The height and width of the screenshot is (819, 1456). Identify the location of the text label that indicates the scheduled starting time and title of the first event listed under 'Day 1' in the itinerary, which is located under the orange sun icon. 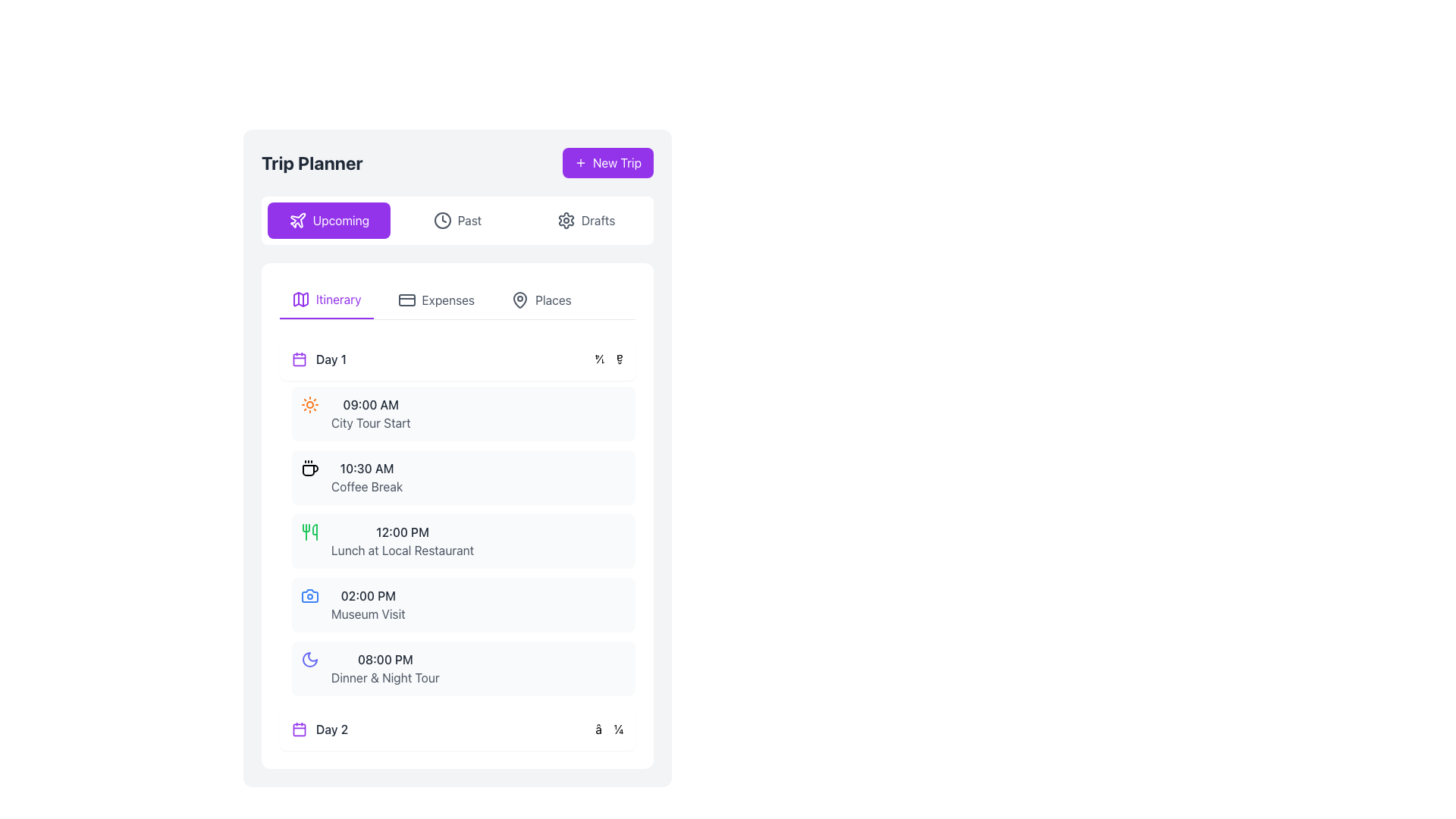
(371, 414).